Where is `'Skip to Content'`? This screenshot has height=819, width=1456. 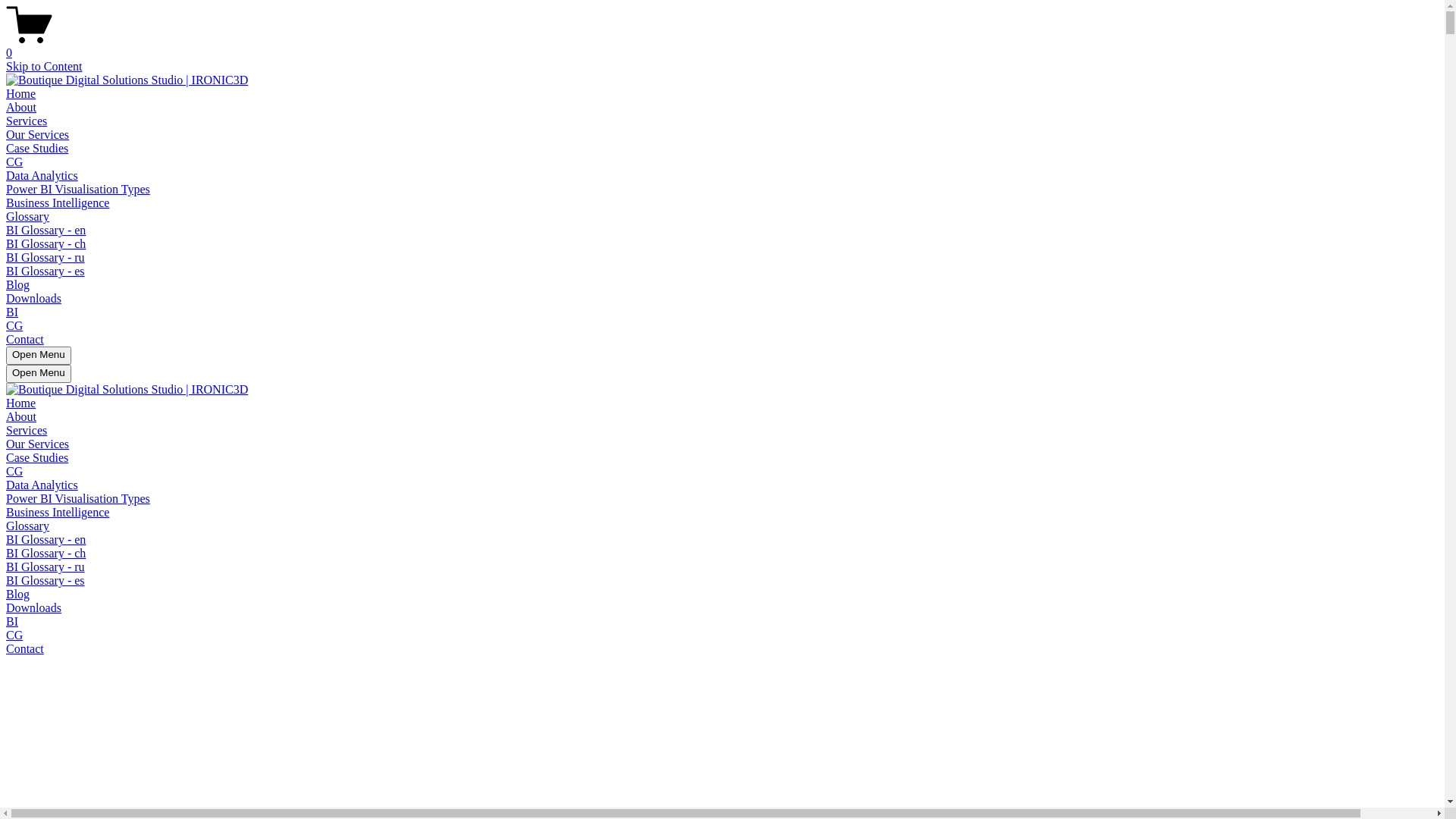 'Skip to Content' is located at coordinates (6, 65).